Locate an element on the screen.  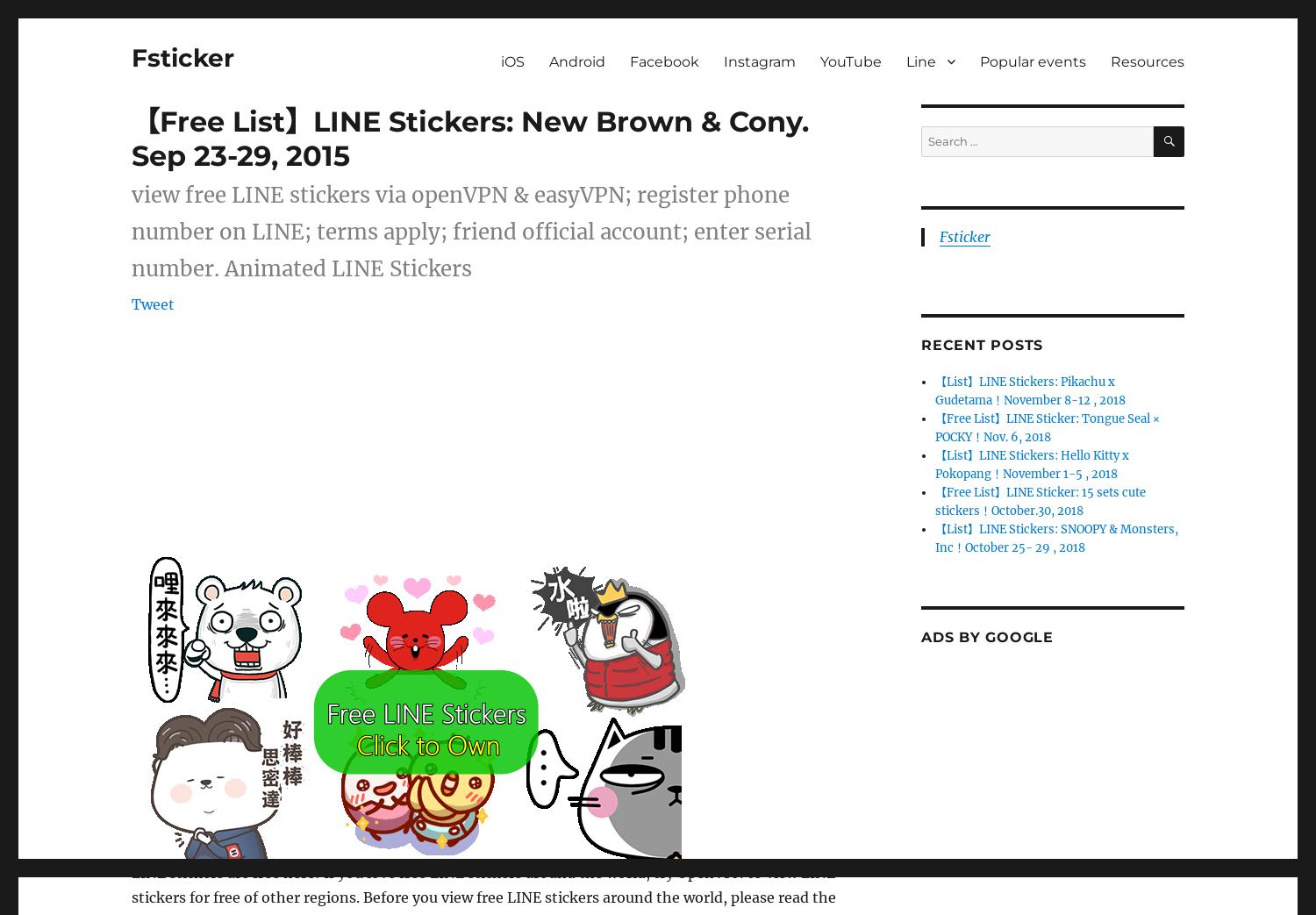
'Tweet' is located at coordinates (132, 304).